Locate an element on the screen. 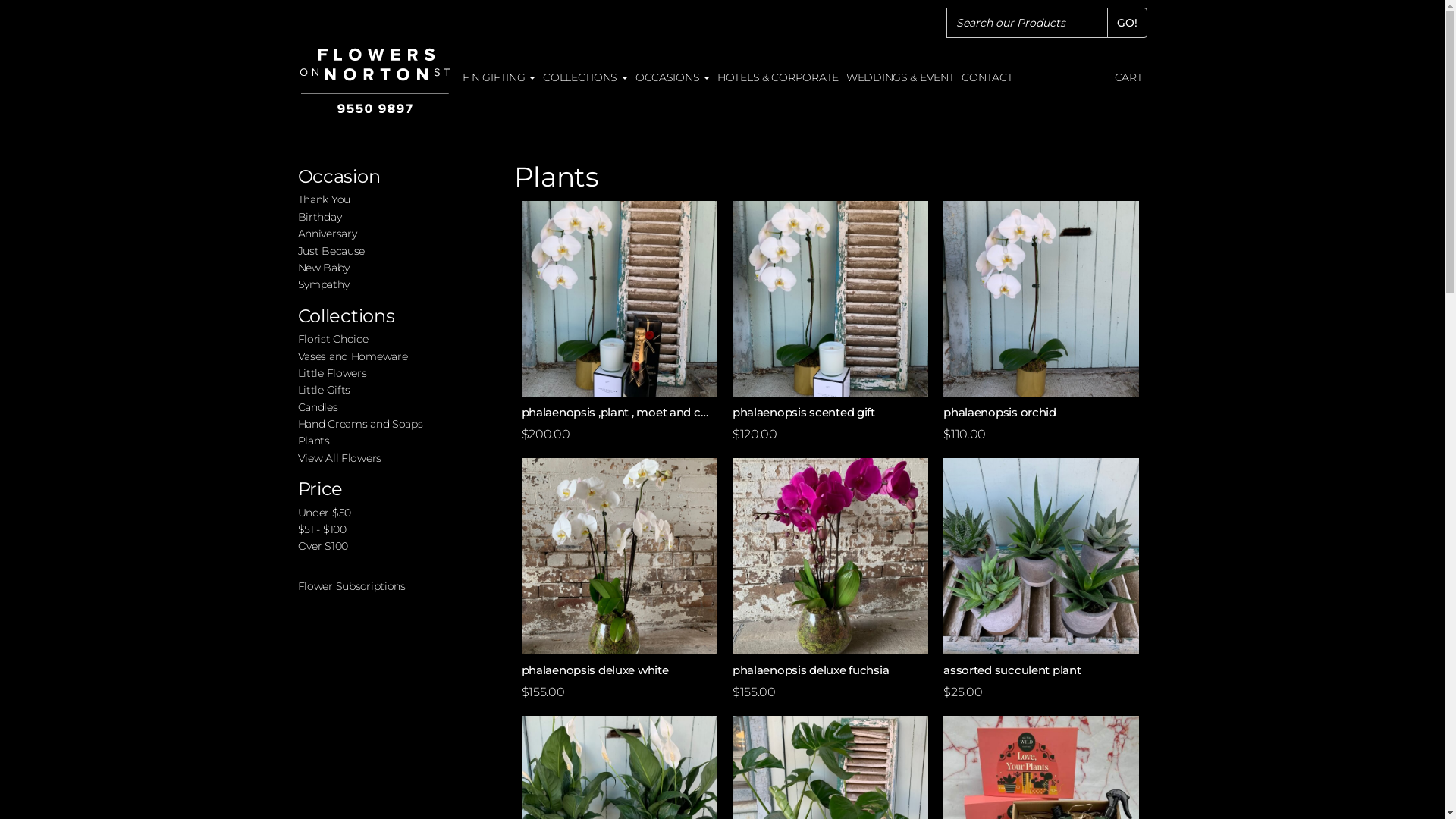  'Plants' is located at coordinates (312, 441).